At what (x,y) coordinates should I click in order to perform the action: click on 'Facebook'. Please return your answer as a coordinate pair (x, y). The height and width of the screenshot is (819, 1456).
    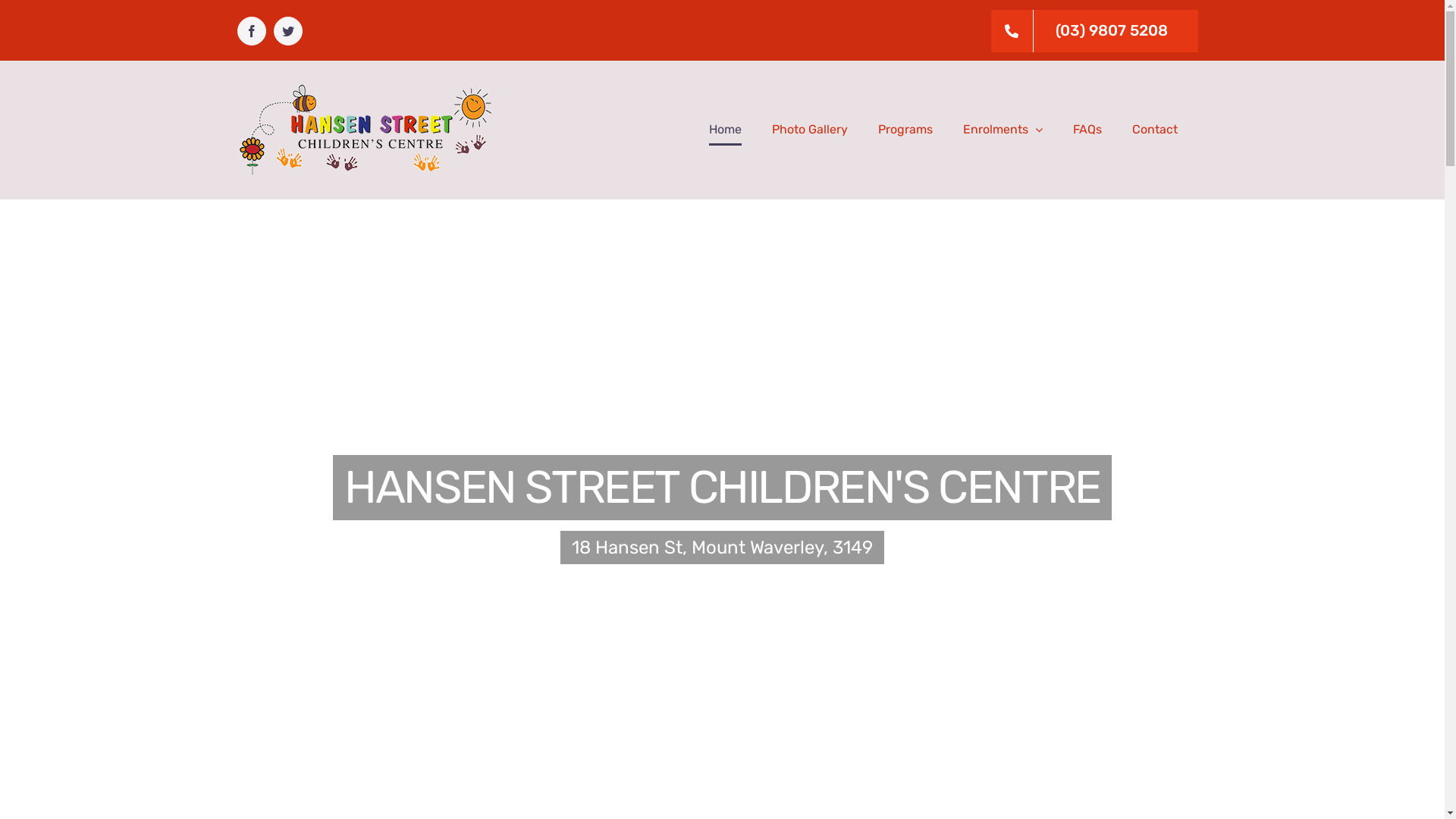
    Looking at the image, I should click on (236, 31).